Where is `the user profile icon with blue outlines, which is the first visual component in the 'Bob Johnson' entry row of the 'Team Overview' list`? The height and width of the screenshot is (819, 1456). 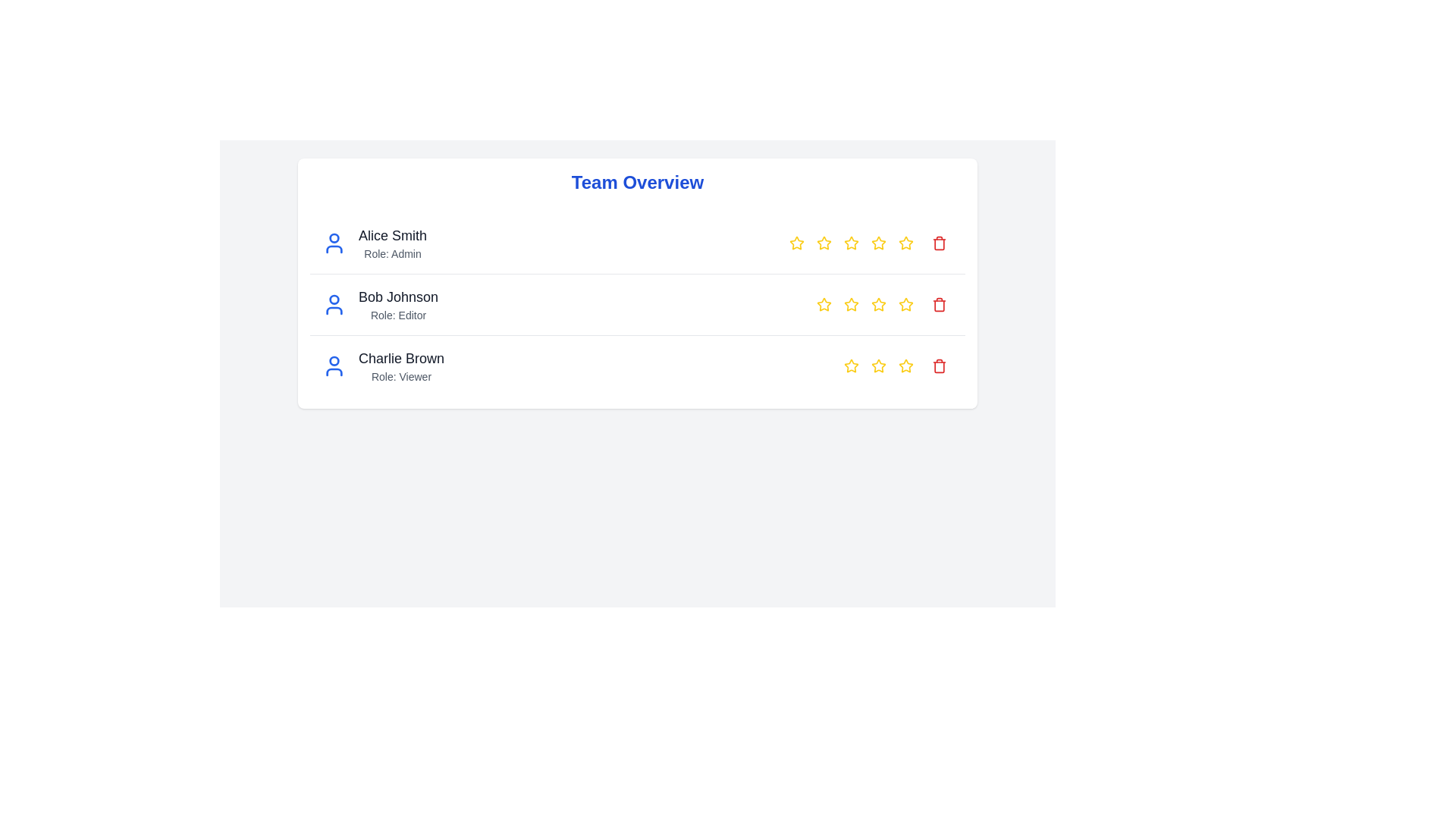
the user profile icon with blue outlines, which is the first visual component in the 'Bob Johnson' entry row of the 'Team Overview' list is located at coordinates (334, 304).